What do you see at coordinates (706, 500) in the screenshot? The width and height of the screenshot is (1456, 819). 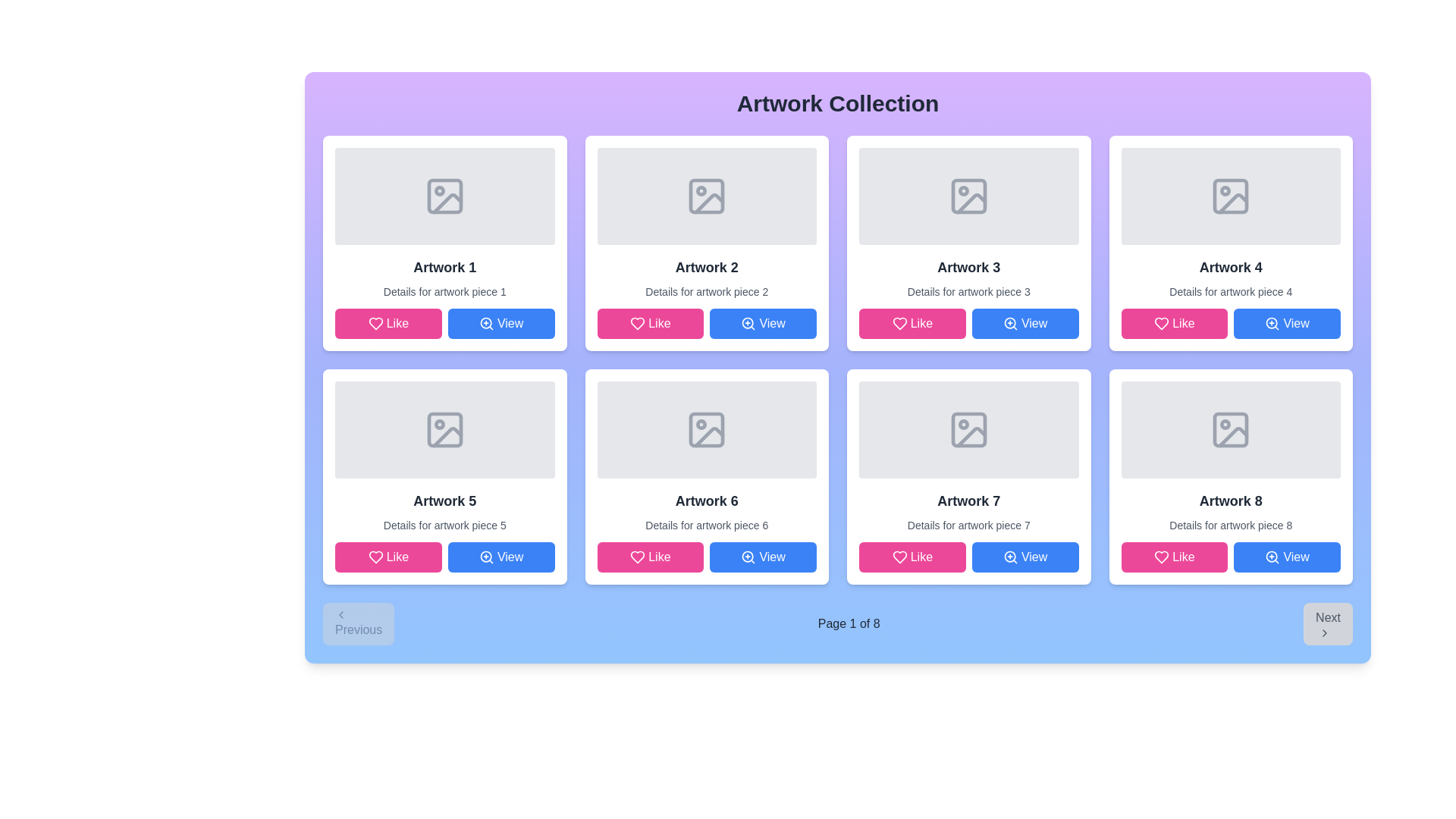 I see `the text label displaying 'Artwork 6', which is styled in bold, large black font and centered inside a white card` at bounding box center [706, 500].